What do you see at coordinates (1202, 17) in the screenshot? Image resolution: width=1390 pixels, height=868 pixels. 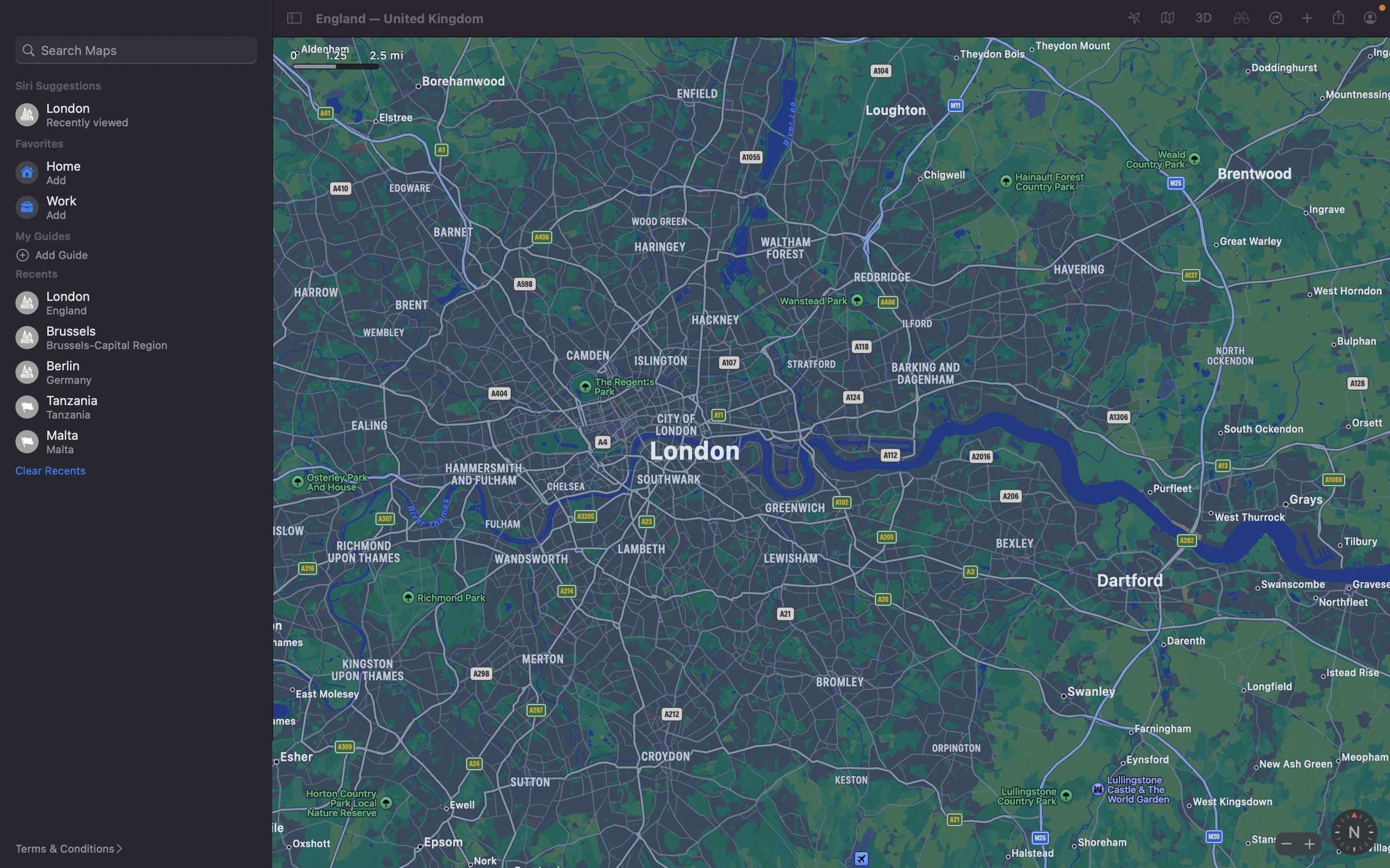 I see `View the map in three dimensional mode` at bounding box center [1202, 17].